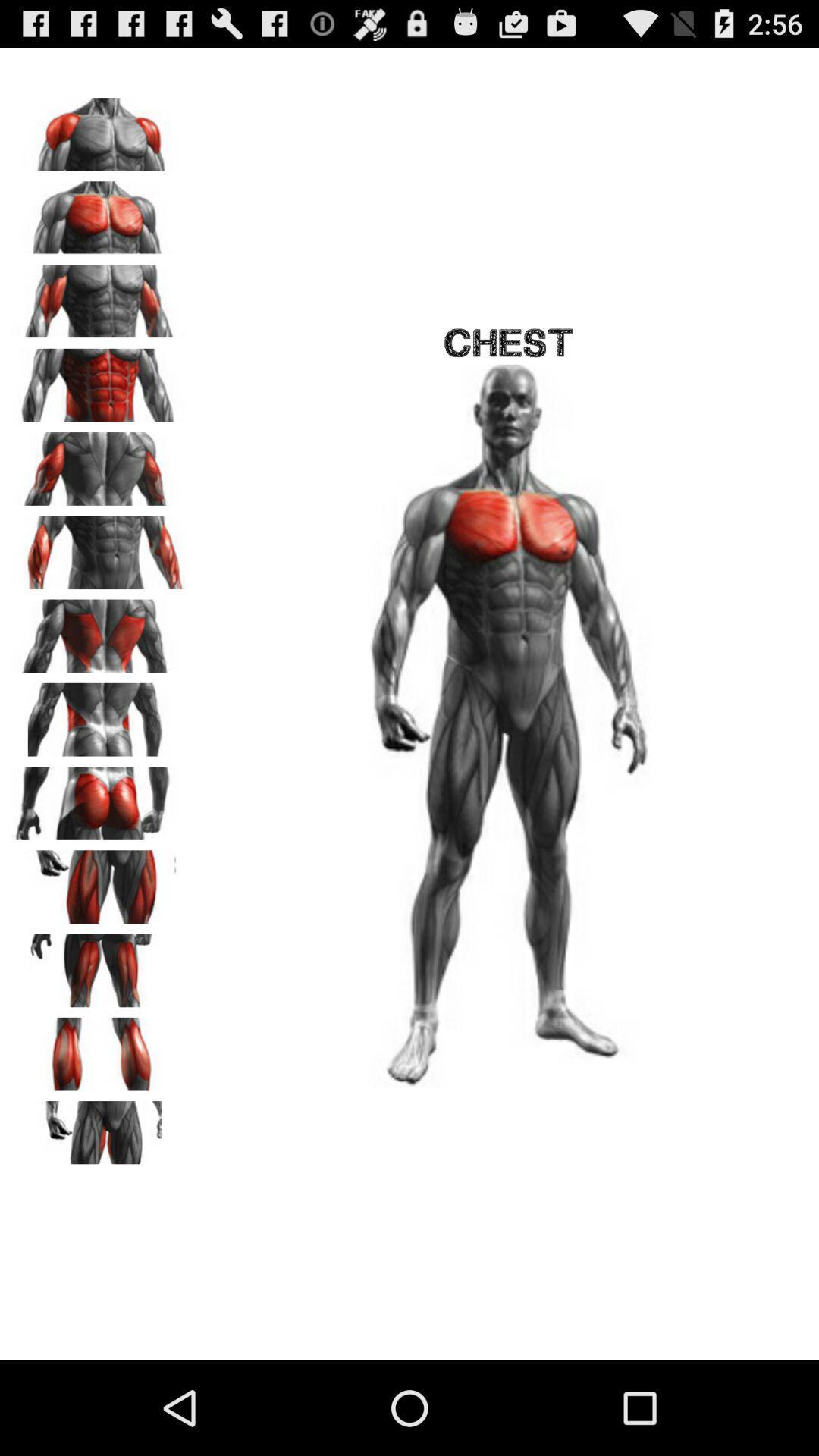 The image size is (819, 1456). Describe the element at coordinates (99, 380) in the screenshot. I see `open stomach option` at that location.